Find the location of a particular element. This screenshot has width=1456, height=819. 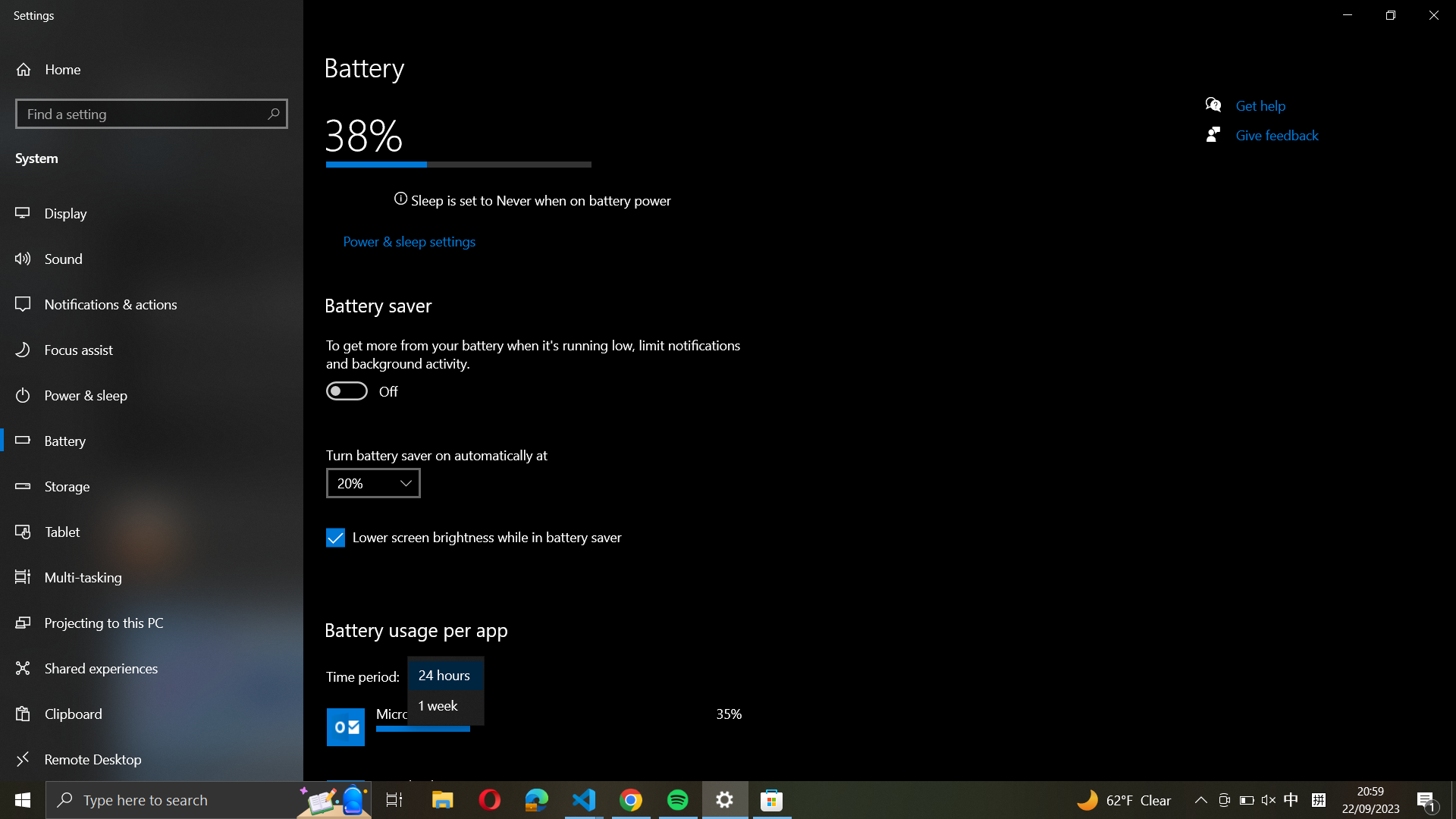

the display options is located at coordinates (153, 212).